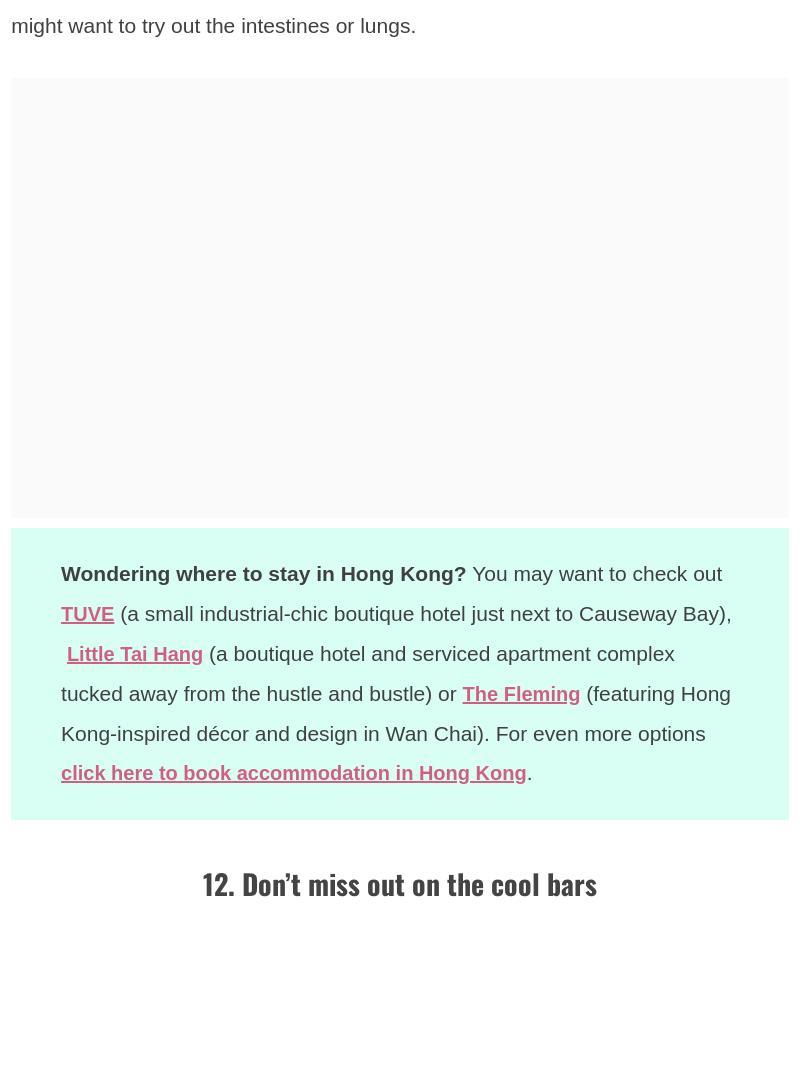 This screenshot has width=800, height=1069. What do you see at coordinates (138, 651) in the screenshot?
I see `'Little Tai Hang'` at bounding box center [138, 651].